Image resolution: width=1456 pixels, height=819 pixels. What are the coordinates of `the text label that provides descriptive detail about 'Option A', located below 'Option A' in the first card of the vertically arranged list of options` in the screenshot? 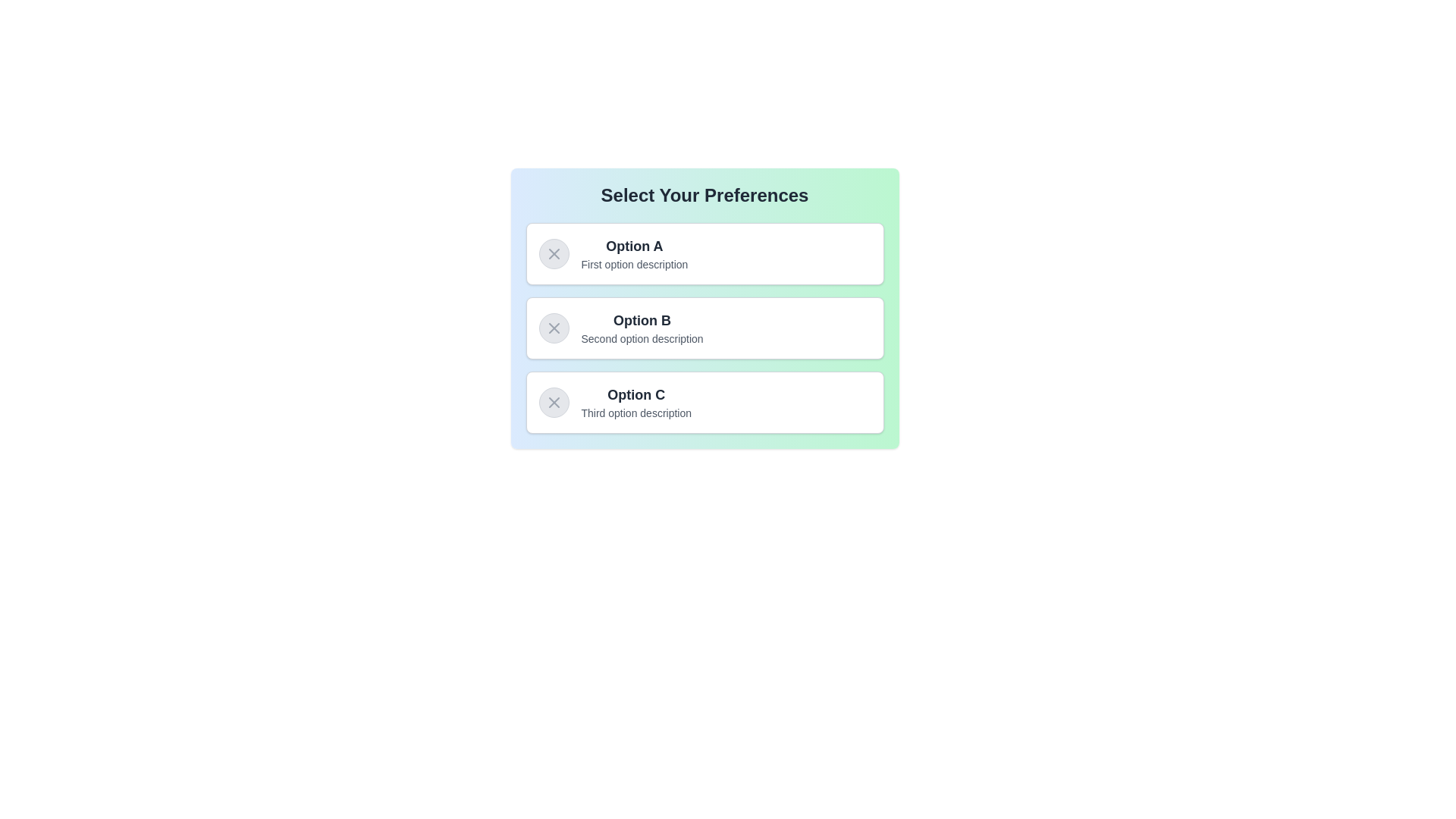 It's located at (634, 263).